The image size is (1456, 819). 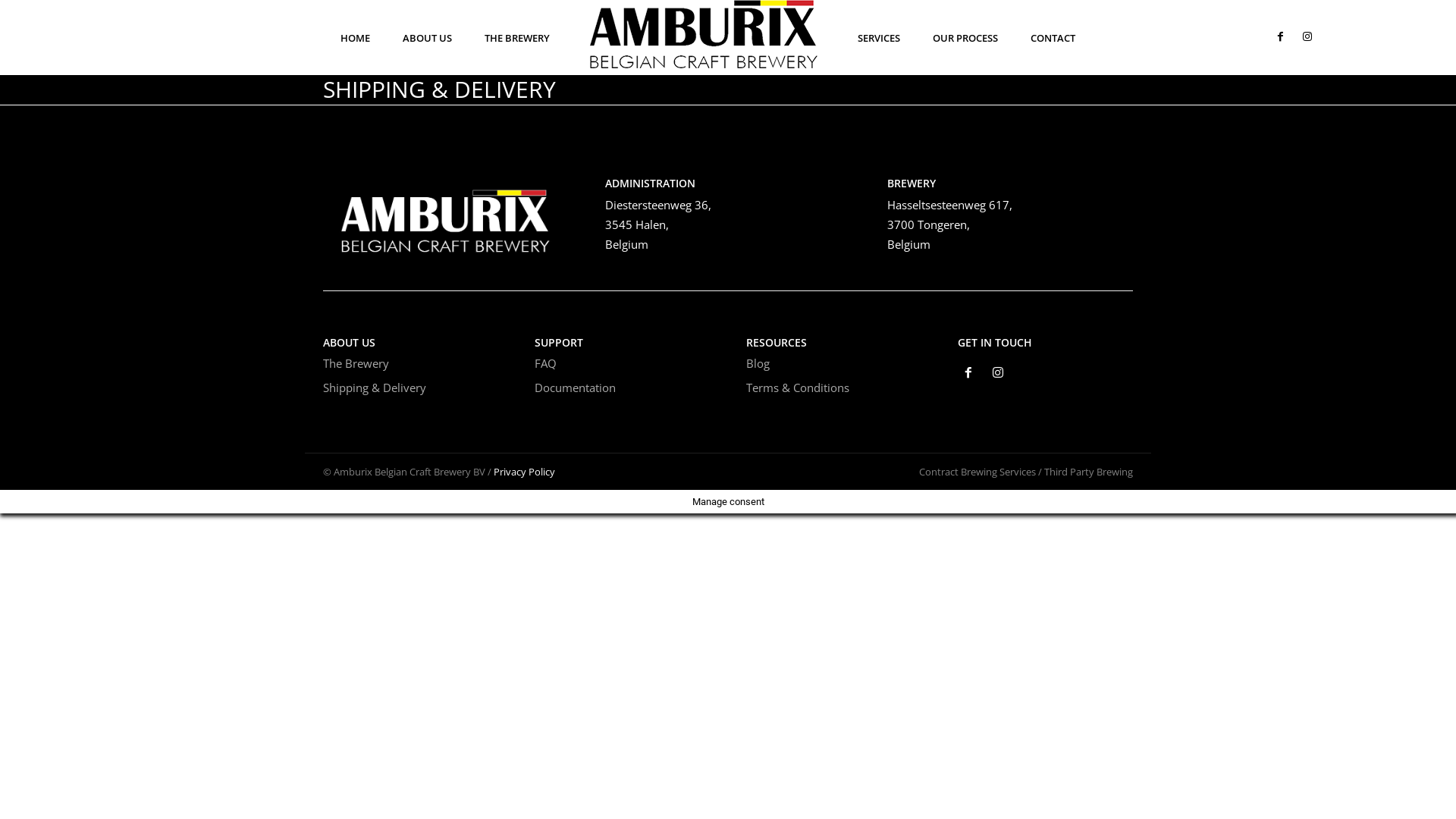 What do you see at coordinates (702, 34) in the screenshot?
I see `'Amburix Belgian Craft Brewery'` at bounding box center [702, 34].